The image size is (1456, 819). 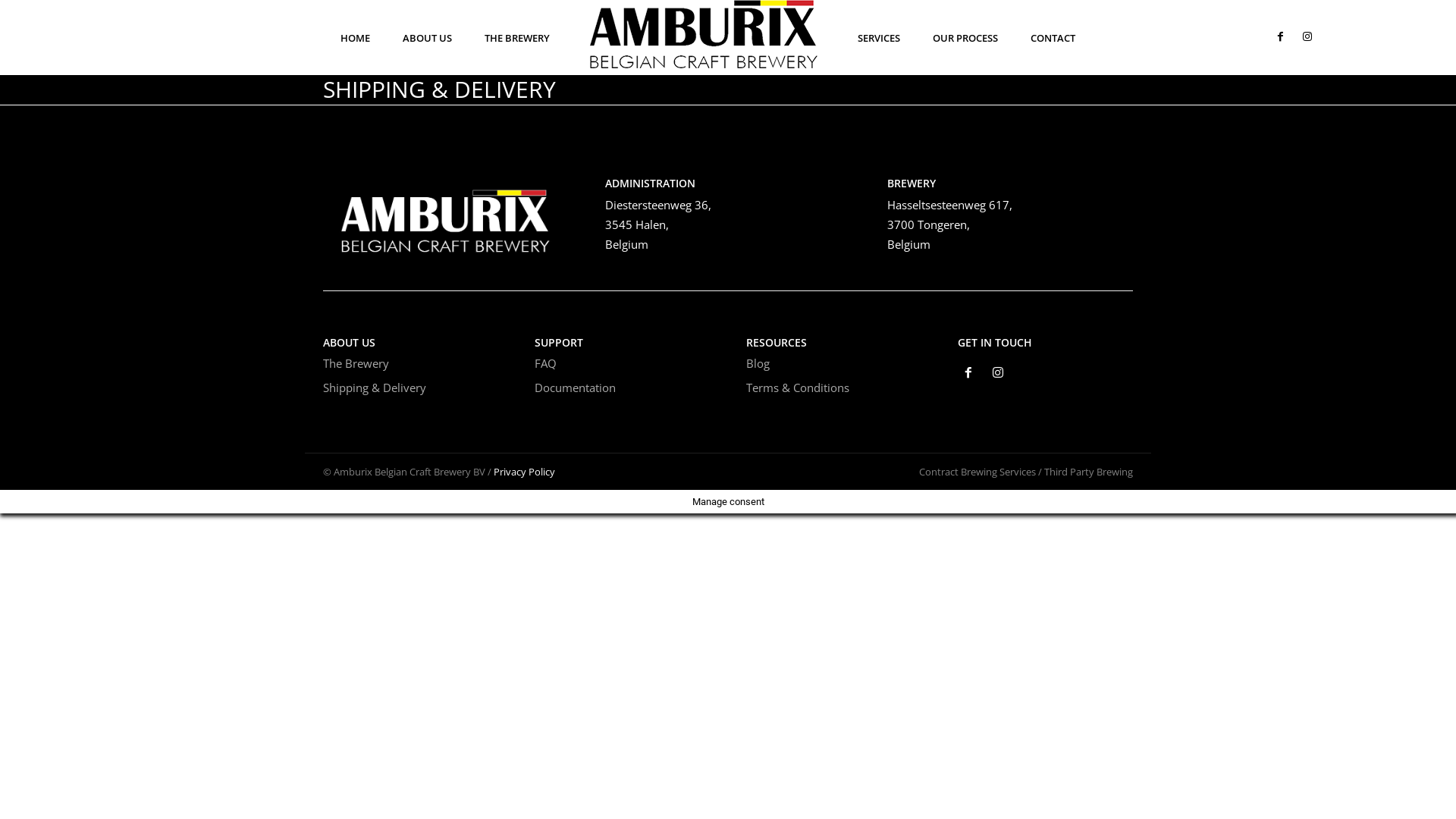 What do you see at coordinates (702, 34) in the screenshot?
I see `'Amburix Belgian Craft Brewery'` at bounding box center [702, 34].